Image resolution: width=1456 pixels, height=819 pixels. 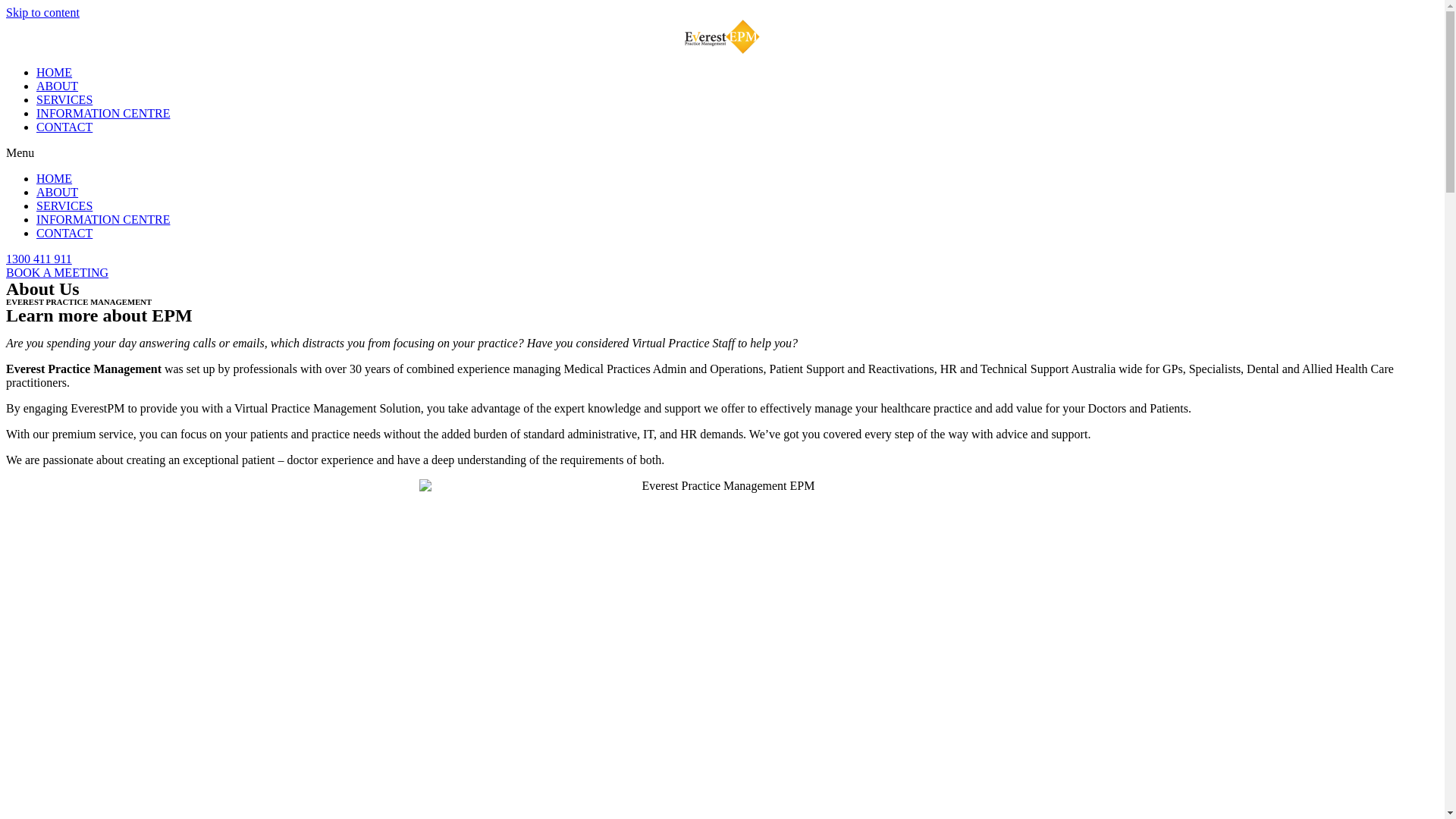 What do you see at coordinates (57, 86) in the screenshot?
I see `'ABOUT'` at bounding box center [57, 86].